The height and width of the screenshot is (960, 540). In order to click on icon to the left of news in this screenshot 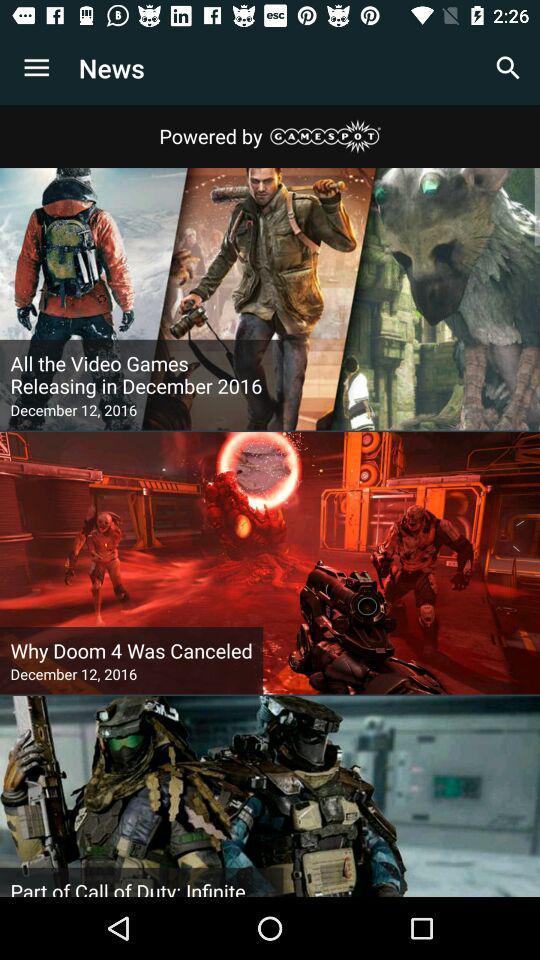, I will do `click(36, 68)`.